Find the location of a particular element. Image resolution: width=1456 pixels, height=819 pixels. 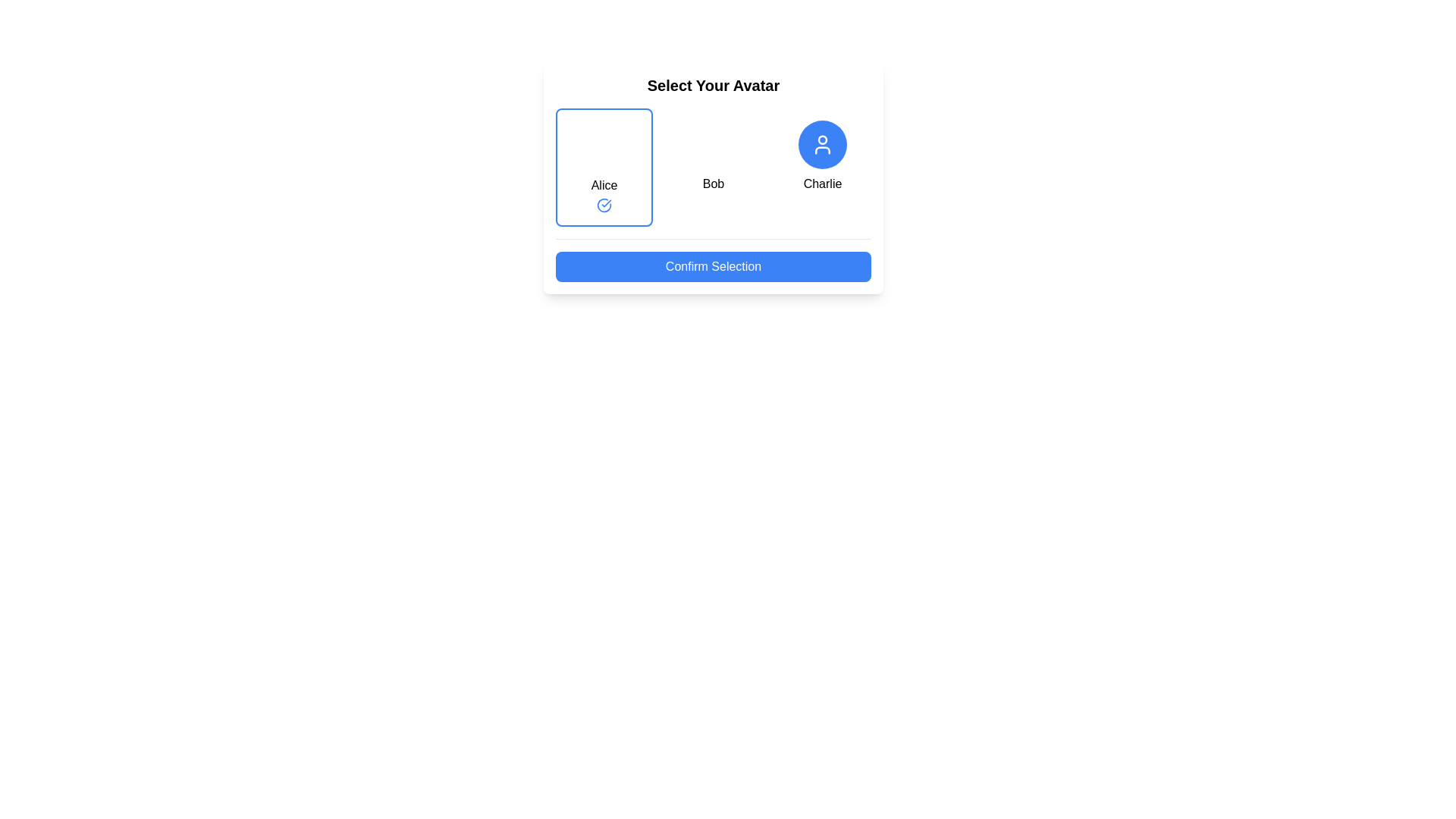

the bold text element displaying 'Select Your Avatar' at the top center of the card is located at coordinates (712, 85).